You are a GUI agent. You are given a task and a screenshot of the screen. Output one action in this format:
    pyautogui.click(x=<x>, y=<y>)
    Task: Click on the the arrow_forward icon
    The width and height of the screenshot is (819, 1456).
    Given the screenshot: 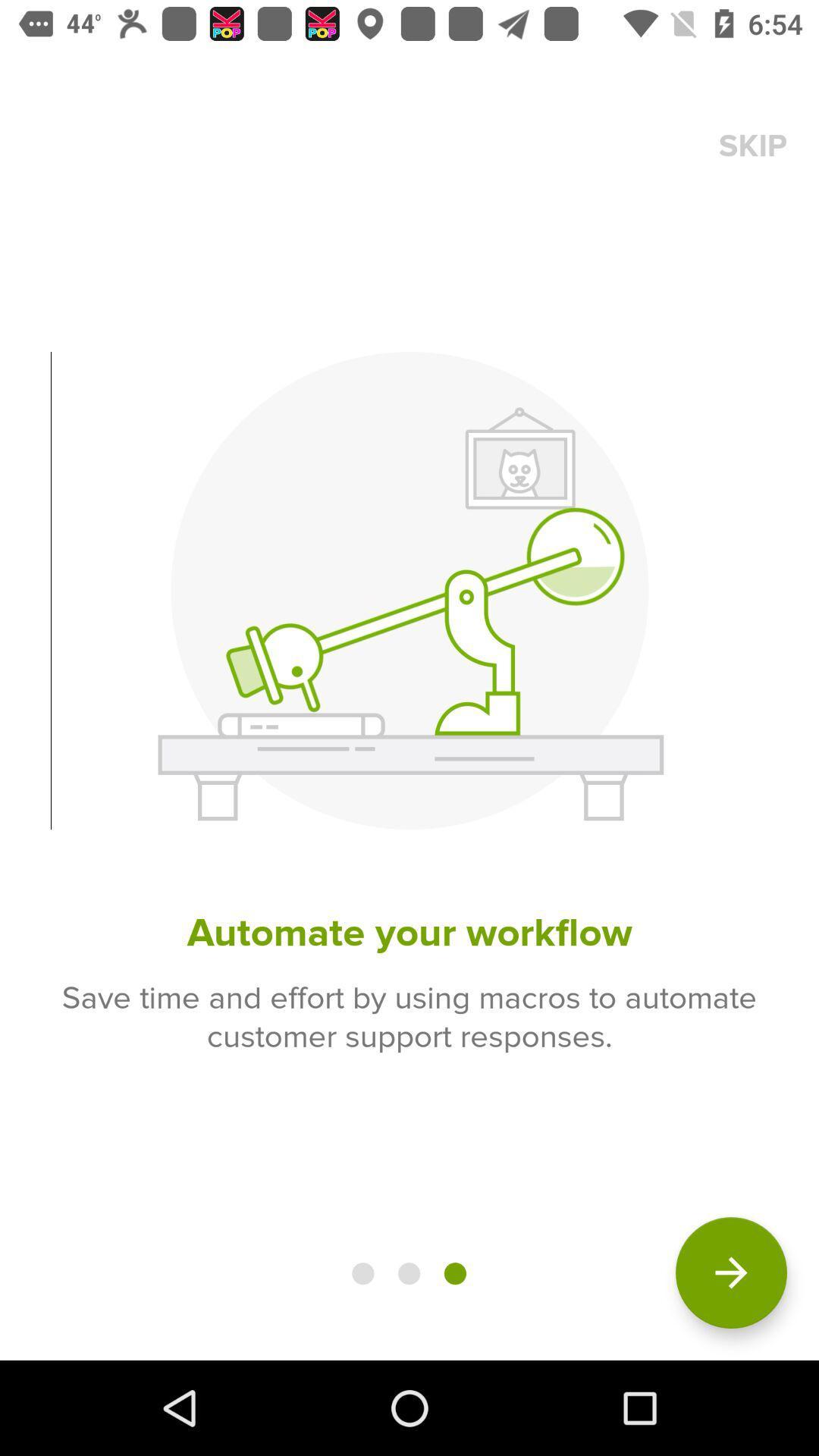 What is the action you would take?
    pyautogui.click(x=730, y=1272)
    